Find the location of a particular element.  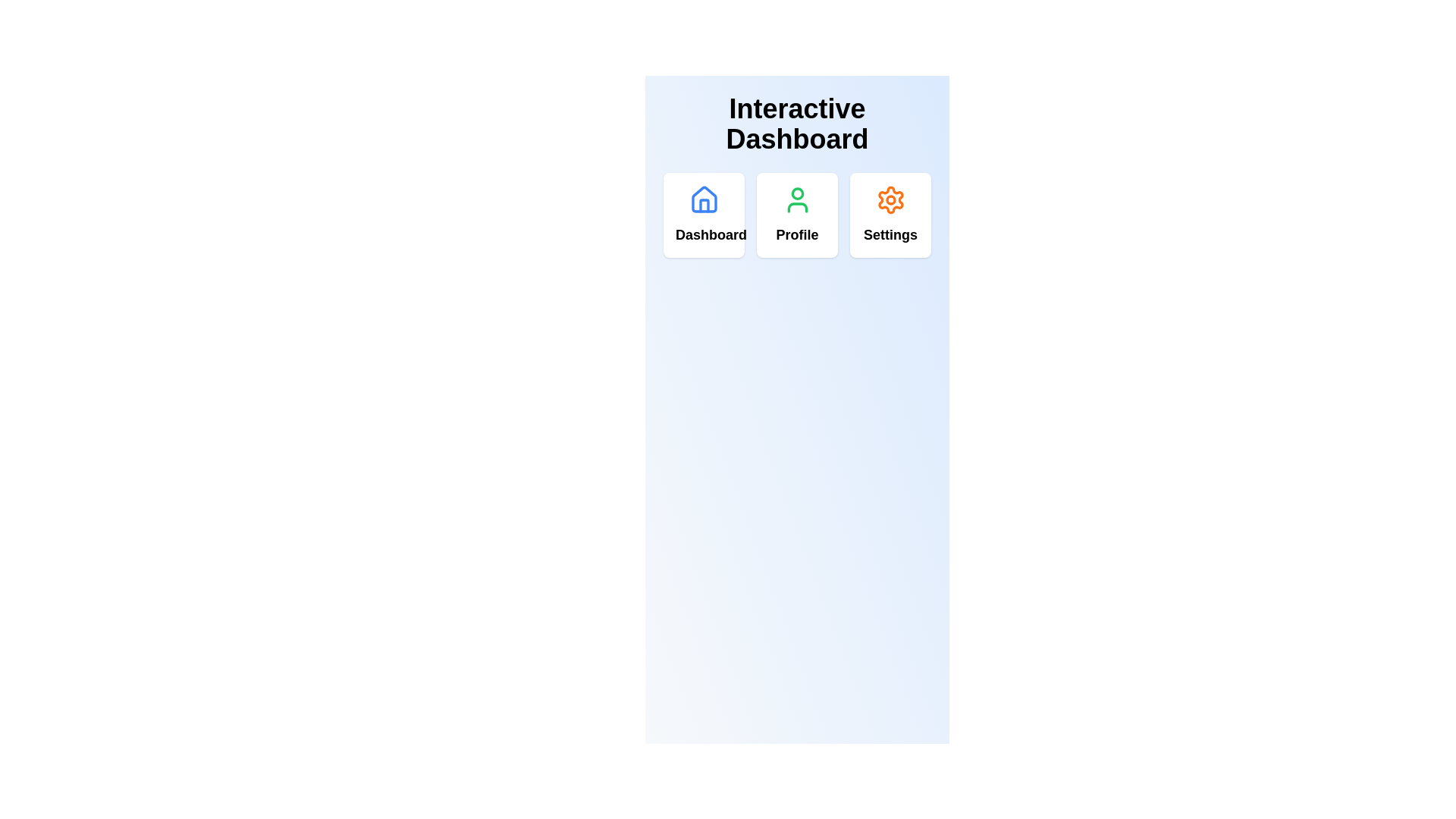

the Profile icon located in the central card of the application, which is vertically aligned under the label 'Profile' is located at coordinates (796, 199).